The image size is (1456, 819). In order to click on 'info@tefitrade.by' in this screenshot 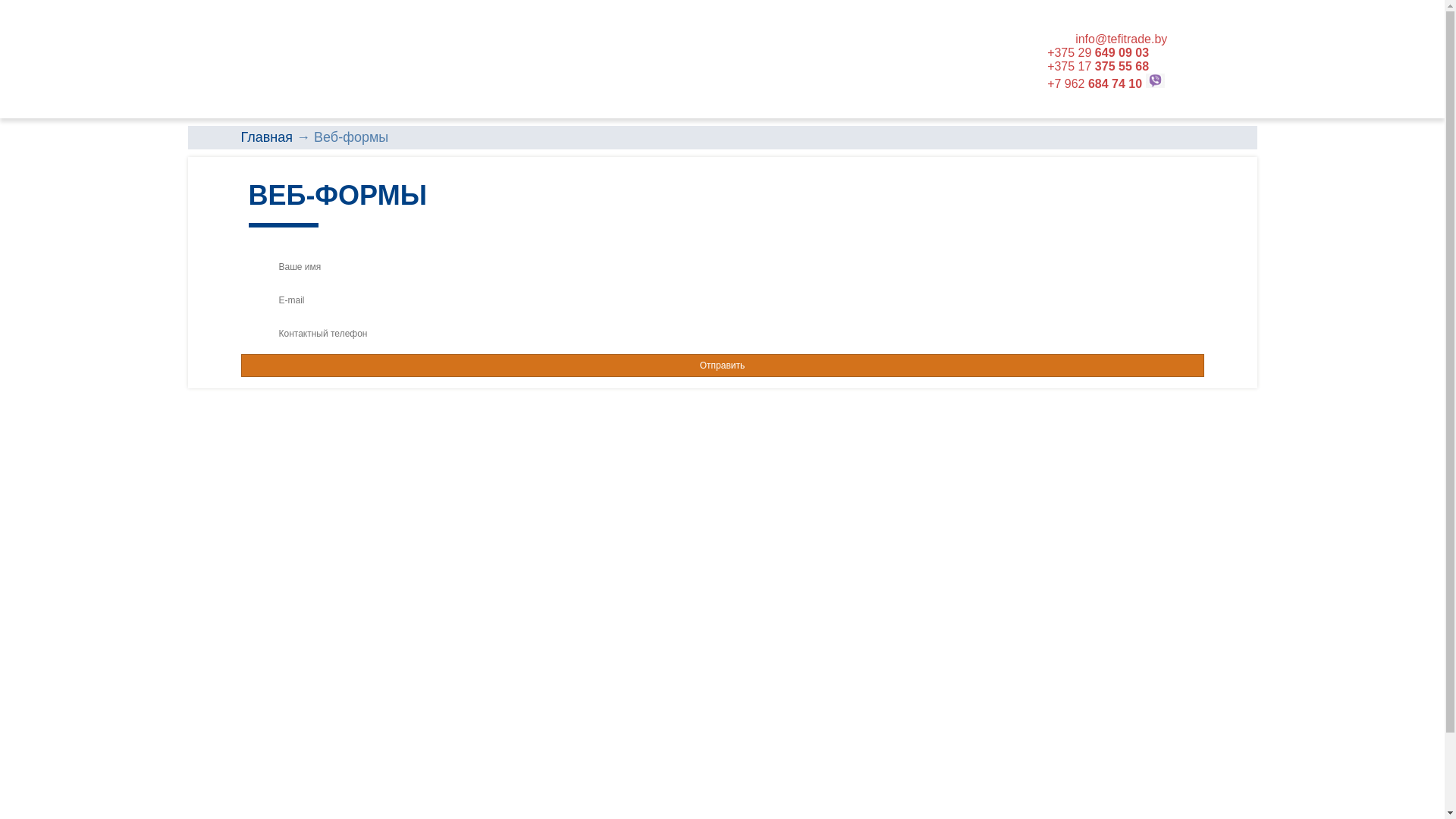, I will do `click(1121, 38)`.